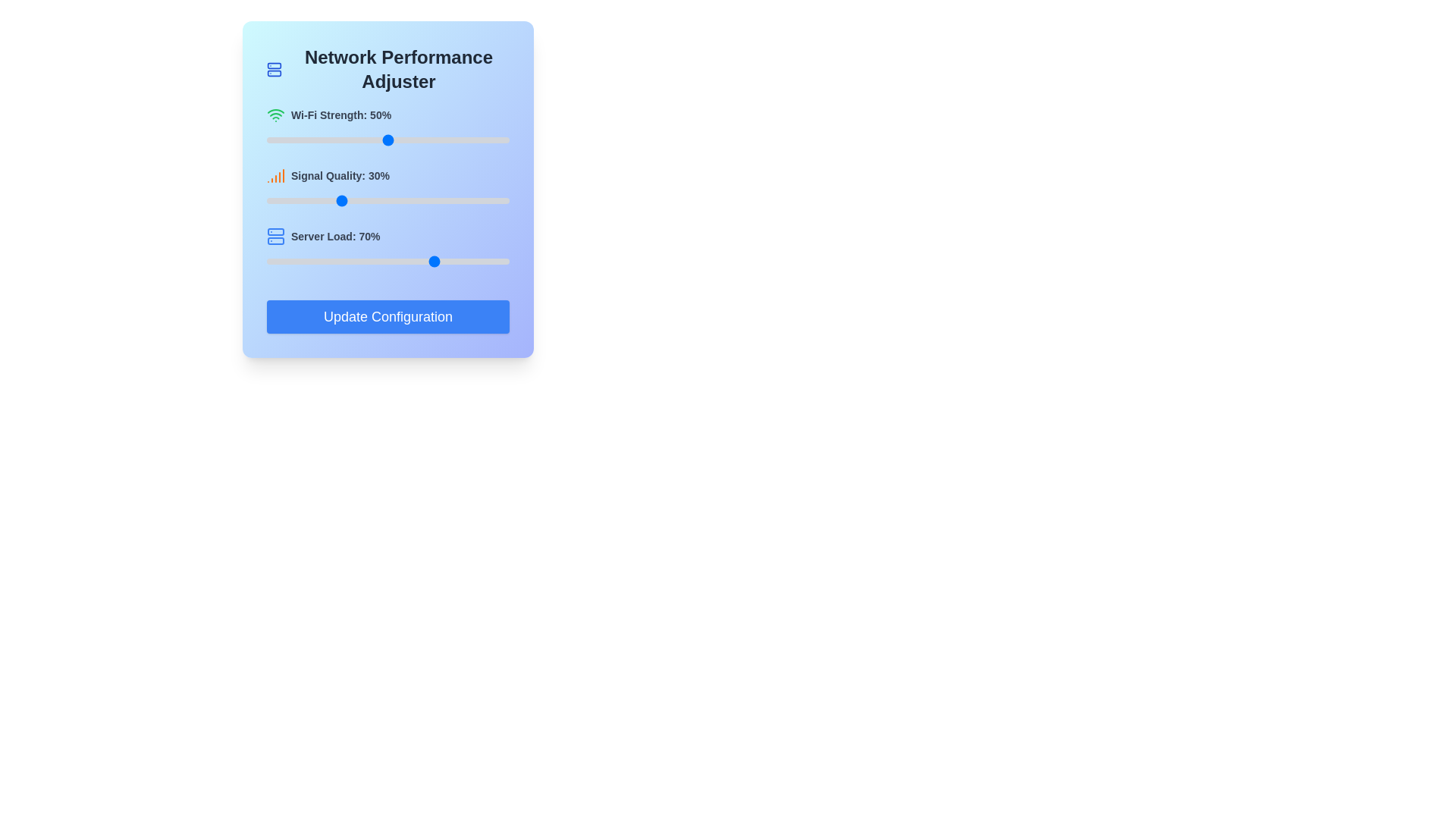 This screenshot has width=1456, height=819. I want to click on Wi-Fi strength, so click(360, 140).